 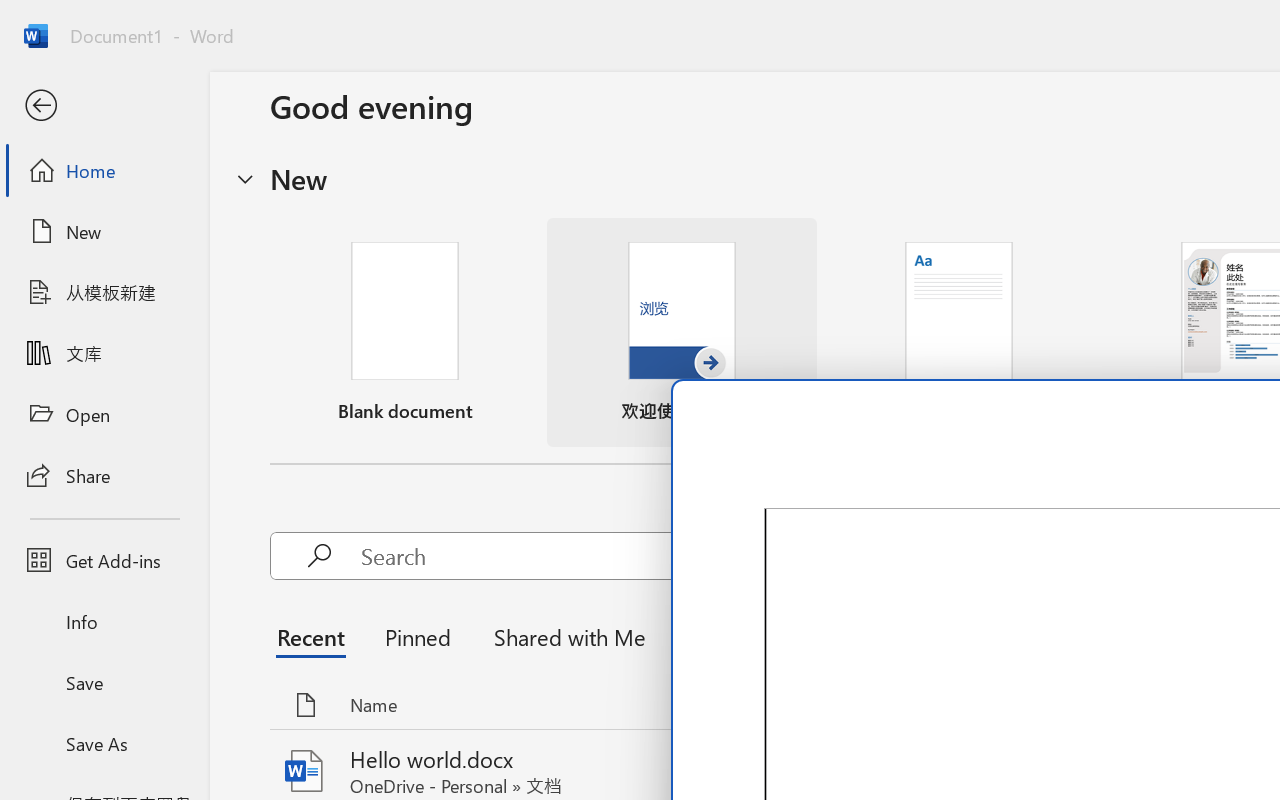 What do you see at coordinates (103, 560) in the screenshot?
I see `'Get Add-ins'` at bounding box center [103, 560].